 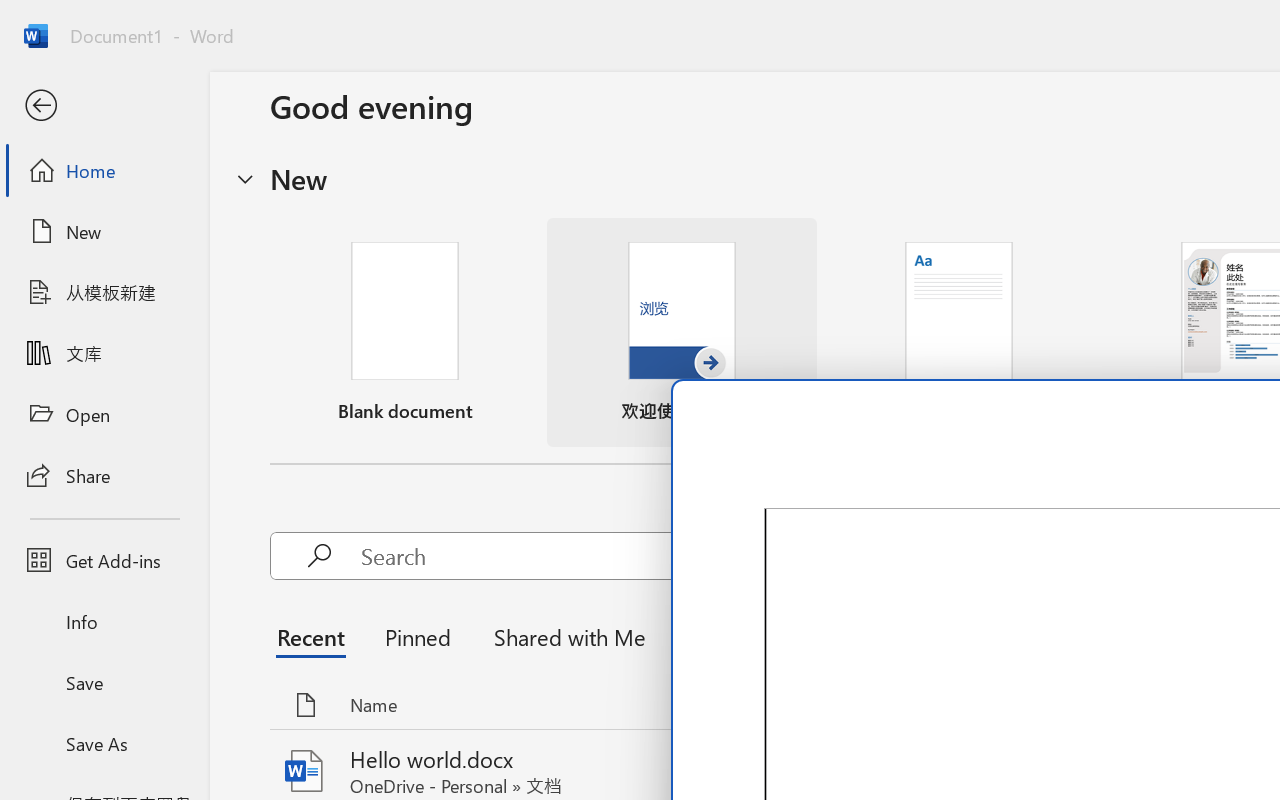 What do you see at coordinates (103, 560) in the screenshot?
I see `'Get Add-ins'` at bounding box center [103, 560].